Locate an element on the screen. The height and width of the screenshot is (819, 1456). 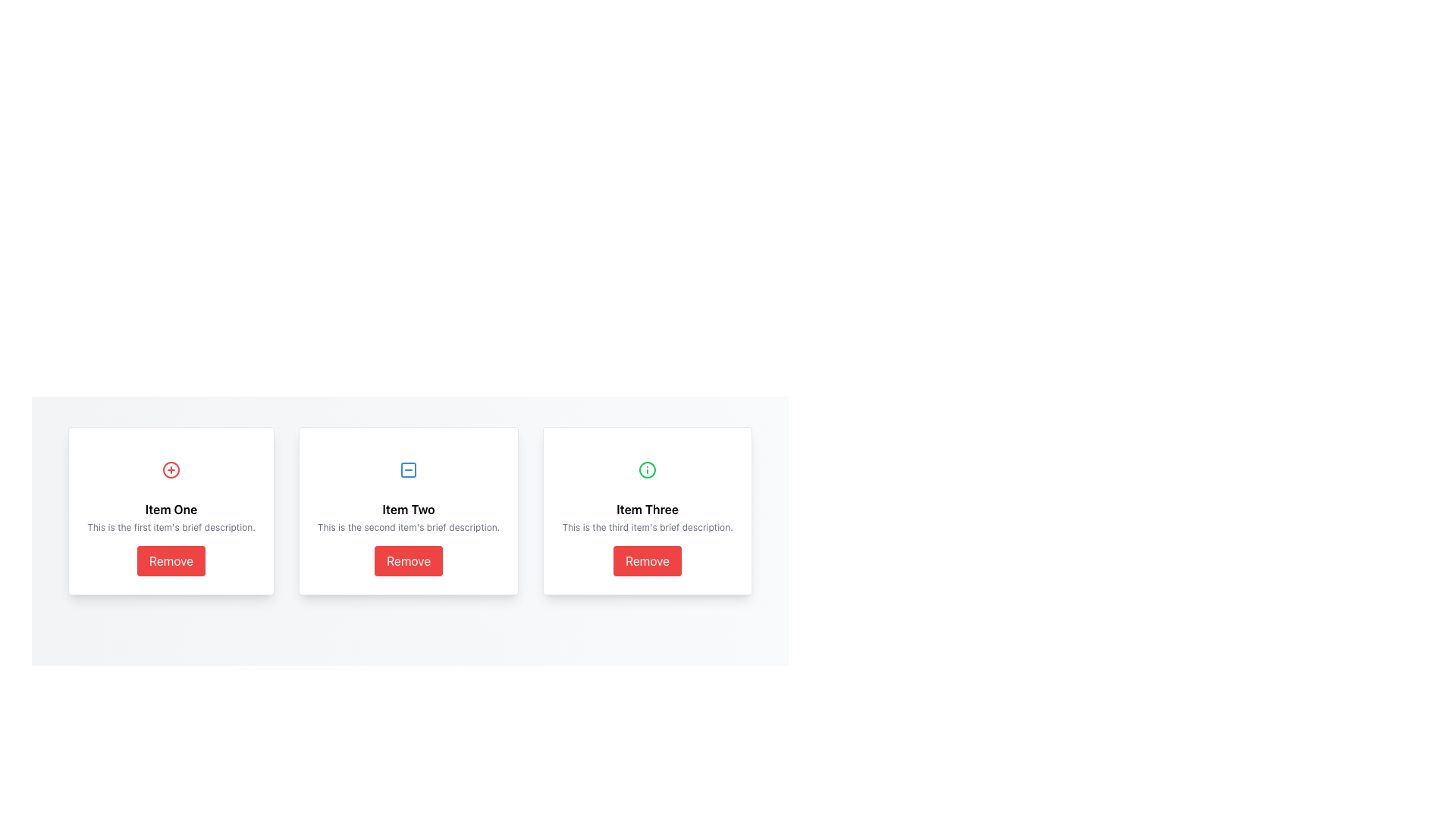
the Card component with a white background, rounded corners, centered green icon, bold text 'Item Three', and a red 'Remove' button located at the far-right of the row is located at coordinates (648, 511).